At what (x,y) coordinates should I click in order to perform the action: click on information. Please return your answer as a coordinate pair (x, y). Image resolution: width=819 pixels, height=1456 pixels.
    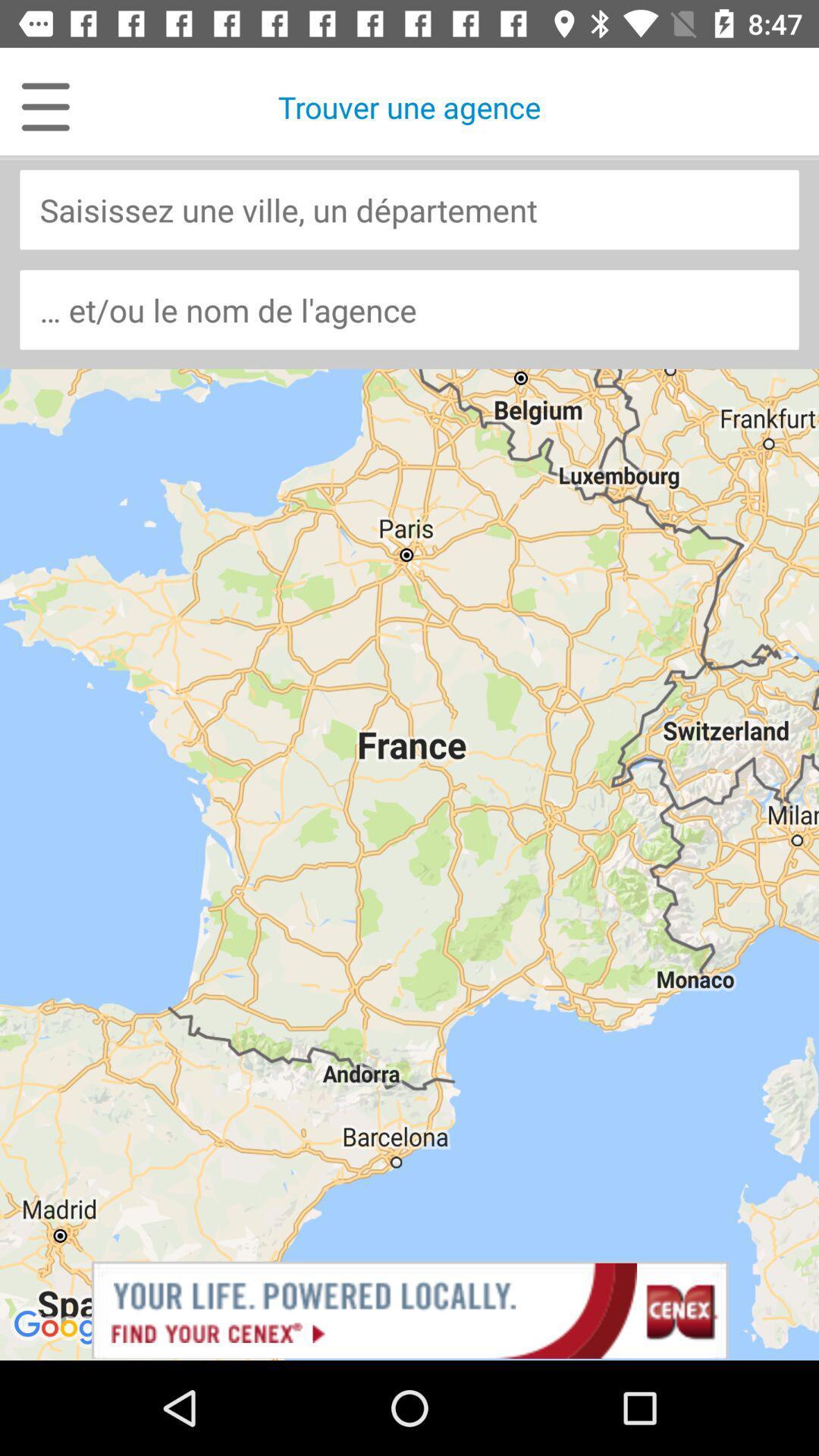
    Looking at the image, I should click on (409, 209).